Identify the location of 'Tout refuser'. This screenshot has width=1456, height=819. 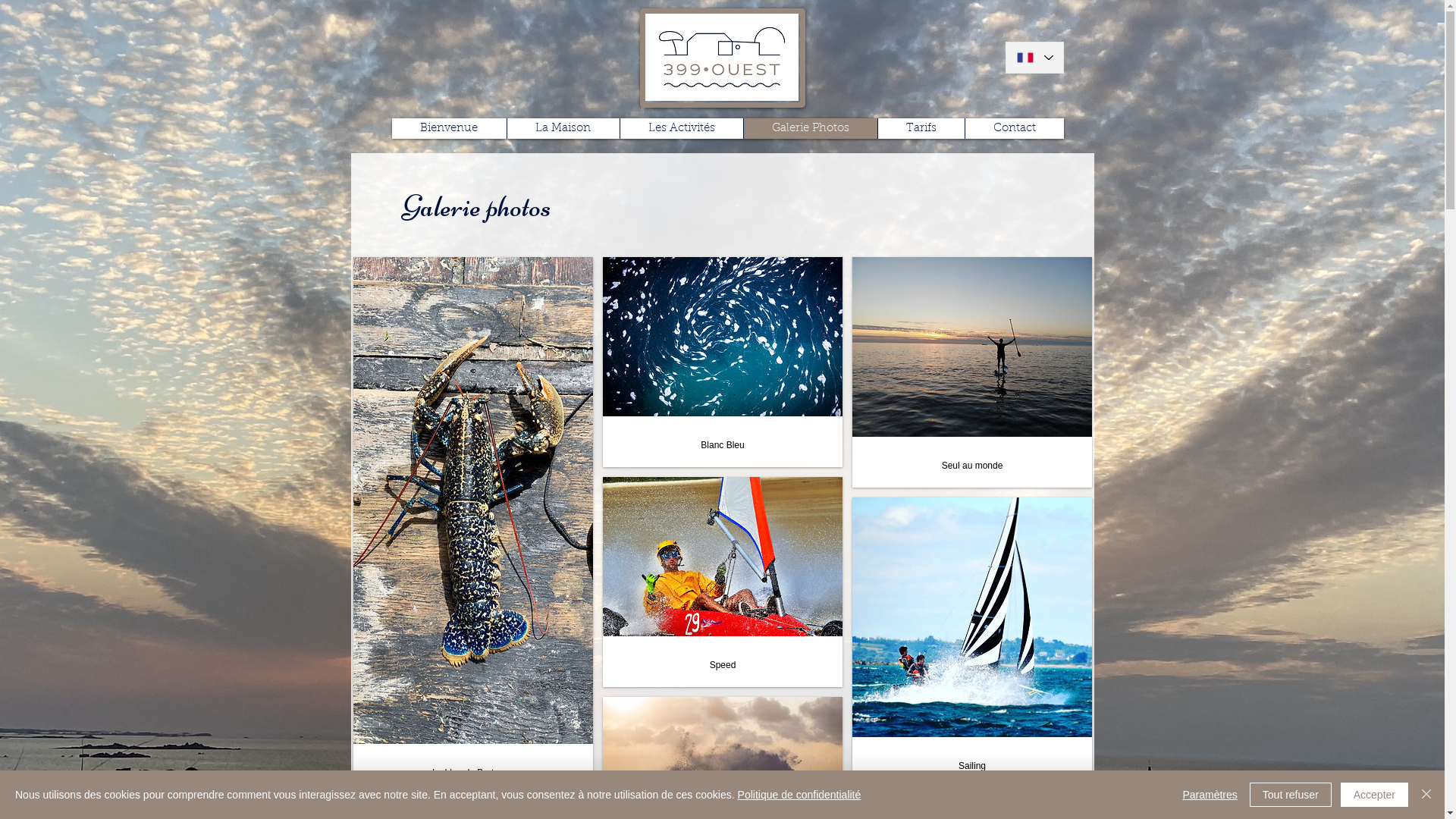
(1290, 794).